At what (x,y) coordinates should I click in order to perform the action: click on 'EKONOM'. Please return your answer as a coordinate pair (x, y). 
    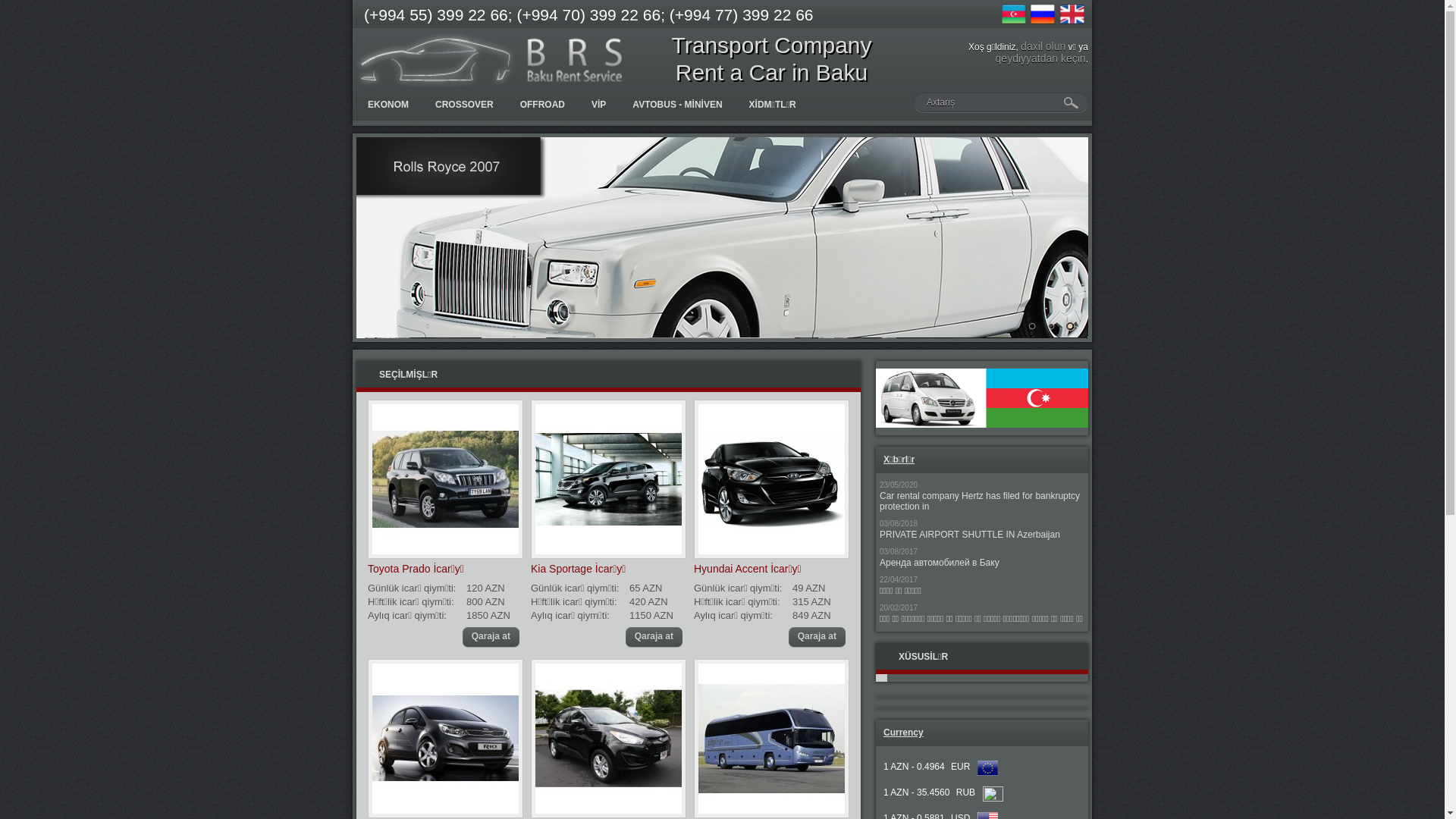
    Looking at the image, I should click on (388, 104).